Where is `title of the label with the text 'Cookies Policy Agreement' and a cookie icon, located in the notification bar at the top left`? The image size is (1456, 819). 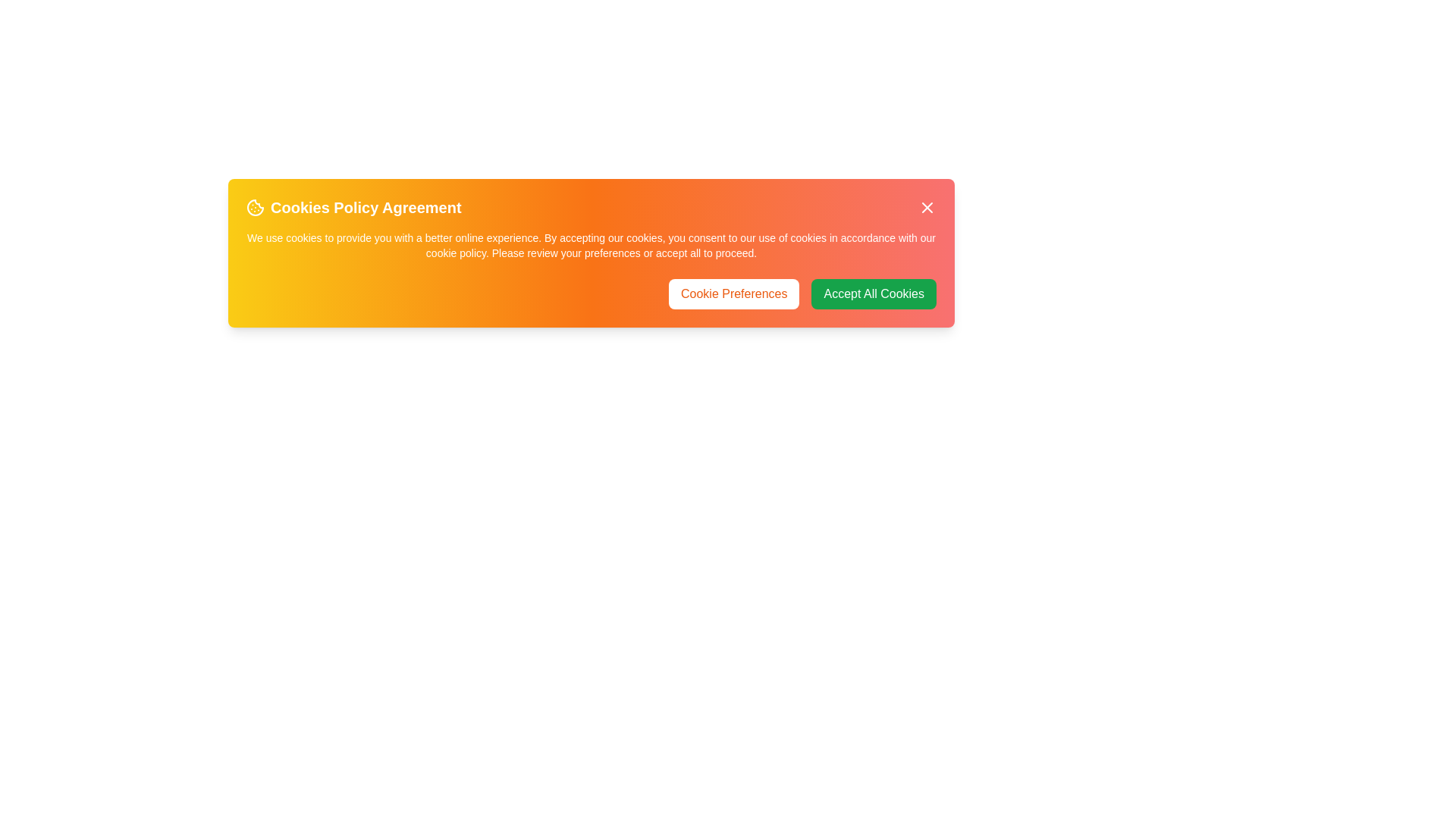 title of the label with the text 'Cookies Policy Agreement' and a cookie icon, located in the notification bar at the top left is located at coordinates (353, 207).